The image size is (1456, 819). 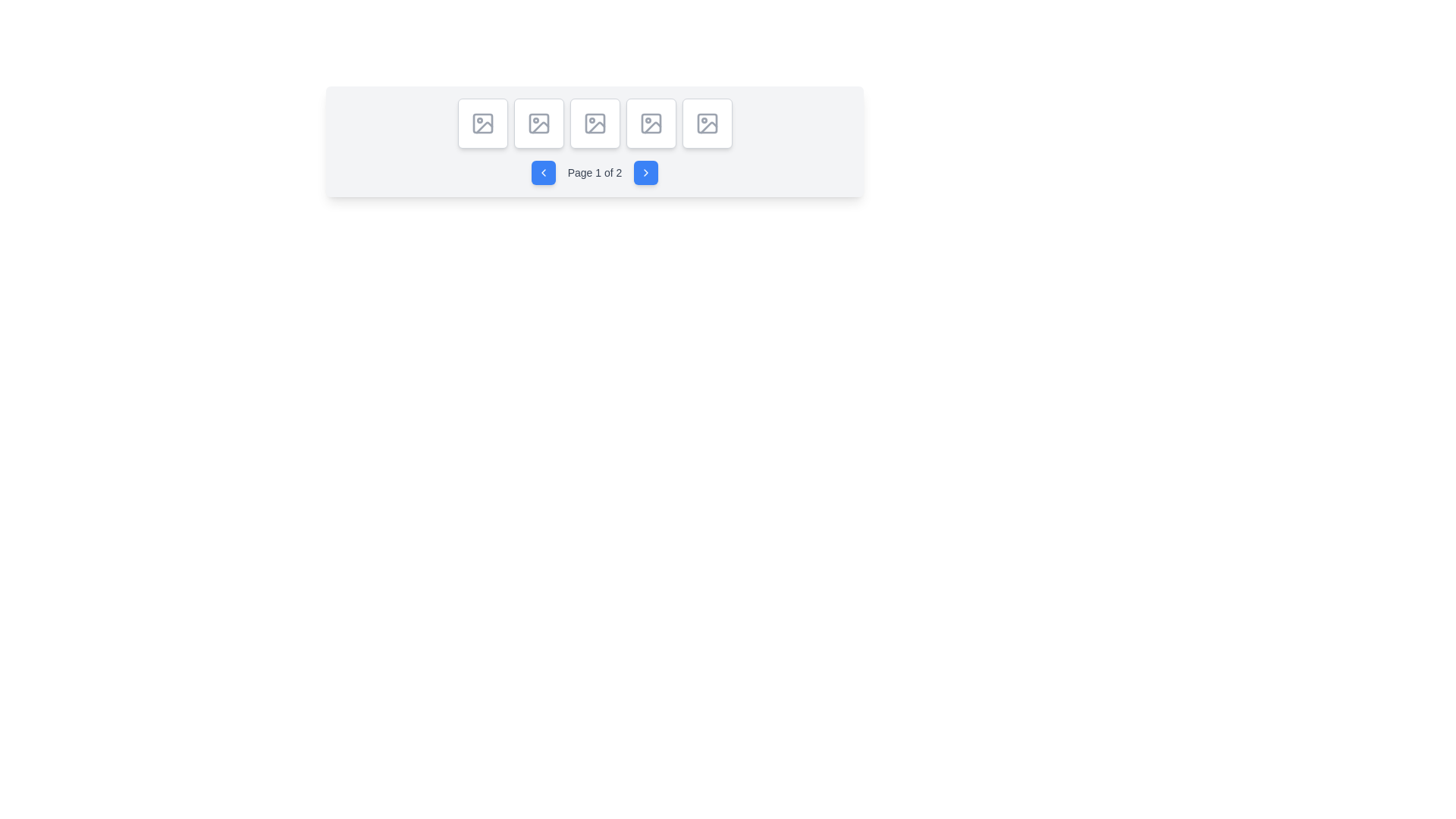 What do you see at coordinates (543, 171) in the screenshot?
I see `the left-facing chevron icon embedded within the blue button on the pagination bar` at bounding box center [543, 171].